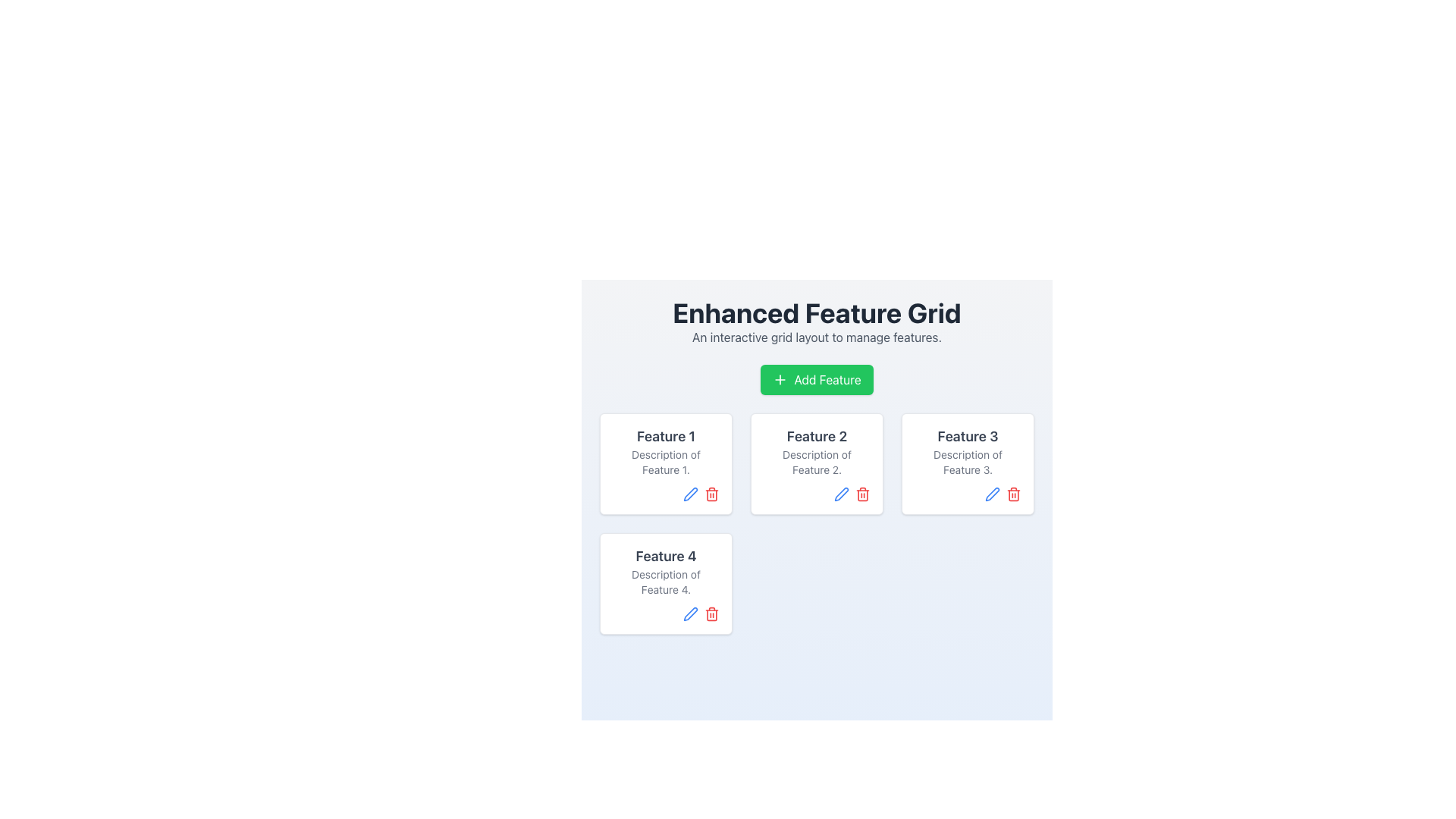  I want to click on the editing button located in the lower right corner of the 'Feature 4' card to initiate editing, so click(690, 614).